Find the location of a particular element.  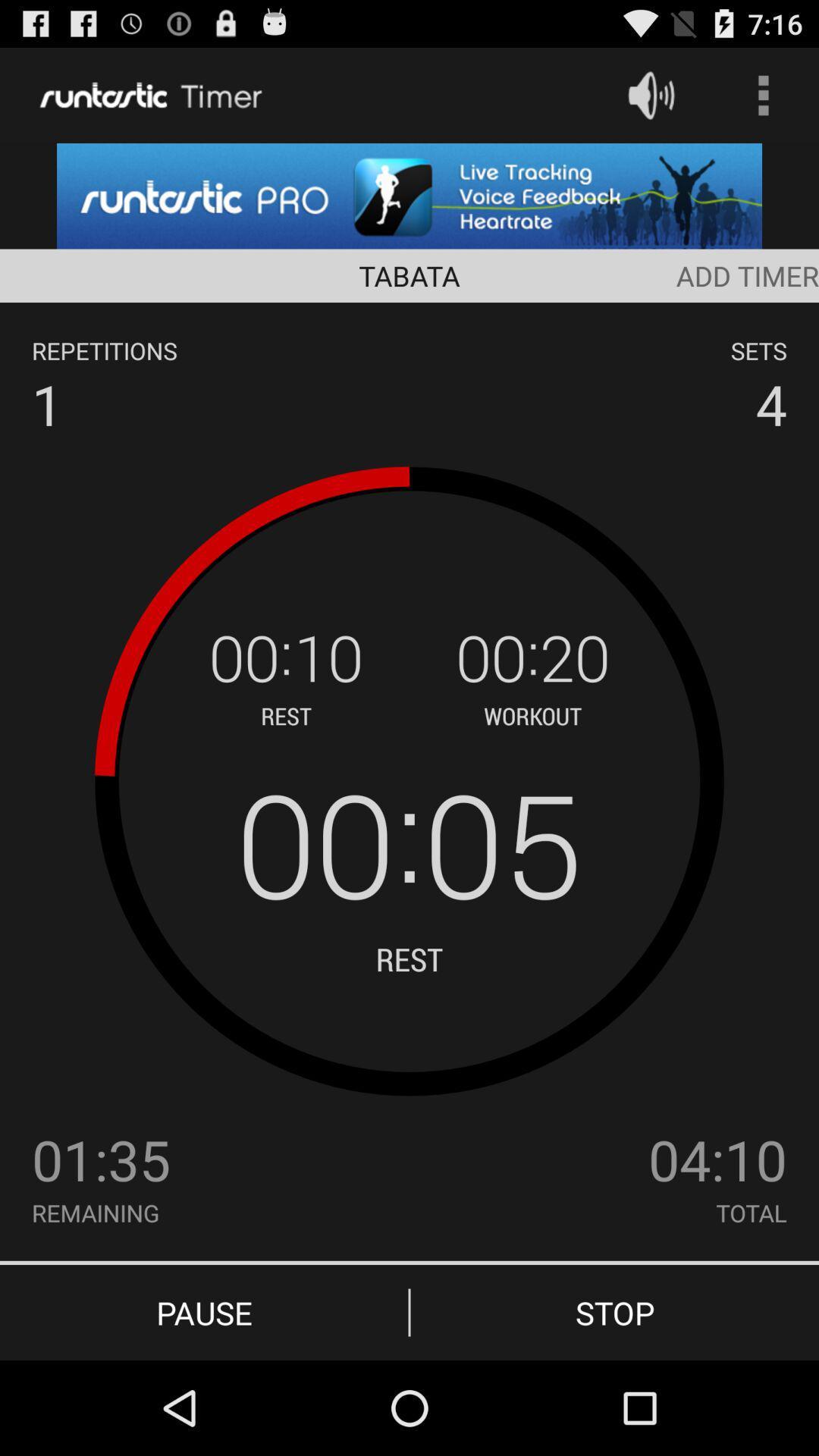

the stop is located at coordinates (614, 1312).